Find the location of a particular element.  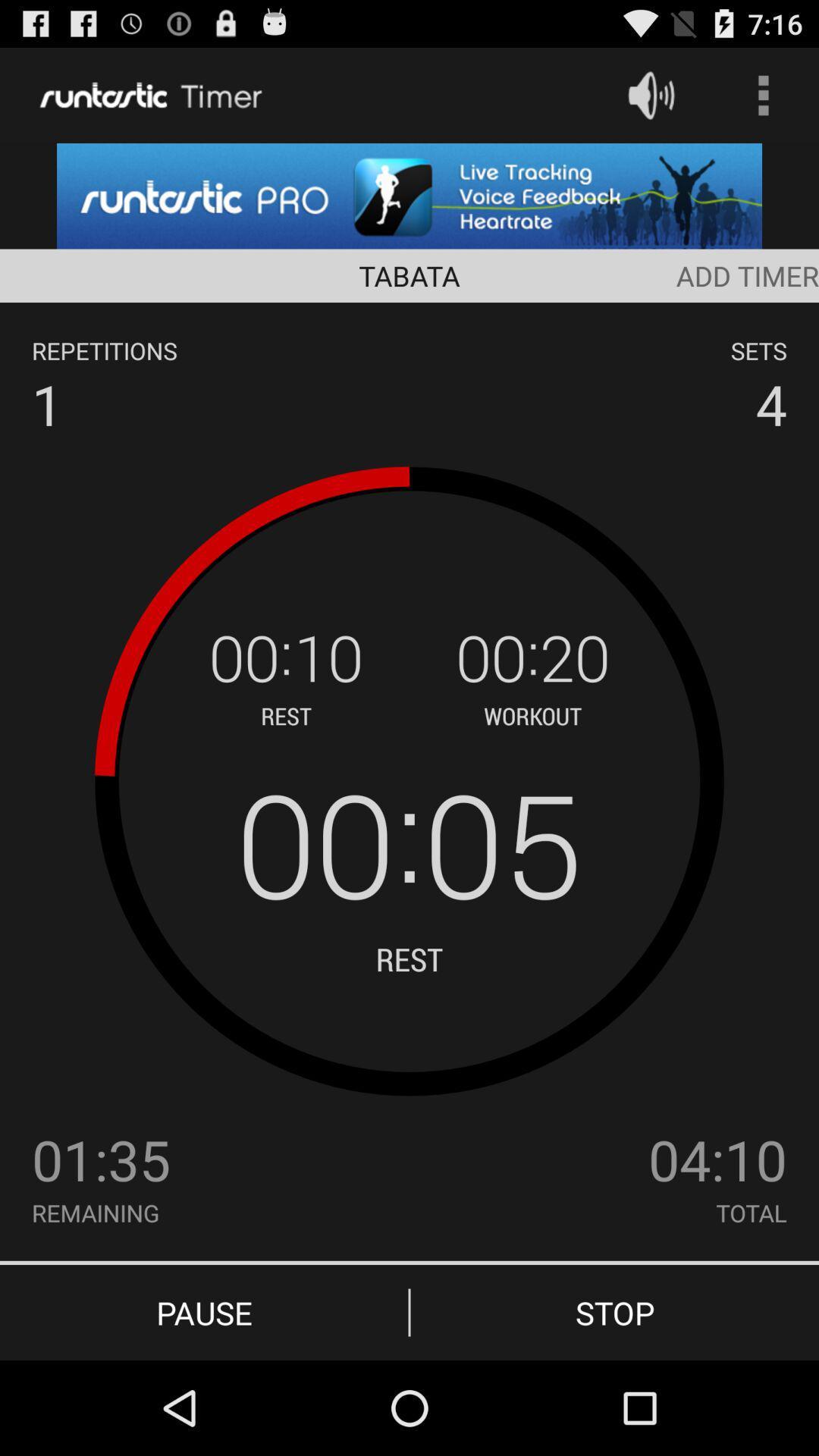

the stop is located at coordinates (614, 1312).